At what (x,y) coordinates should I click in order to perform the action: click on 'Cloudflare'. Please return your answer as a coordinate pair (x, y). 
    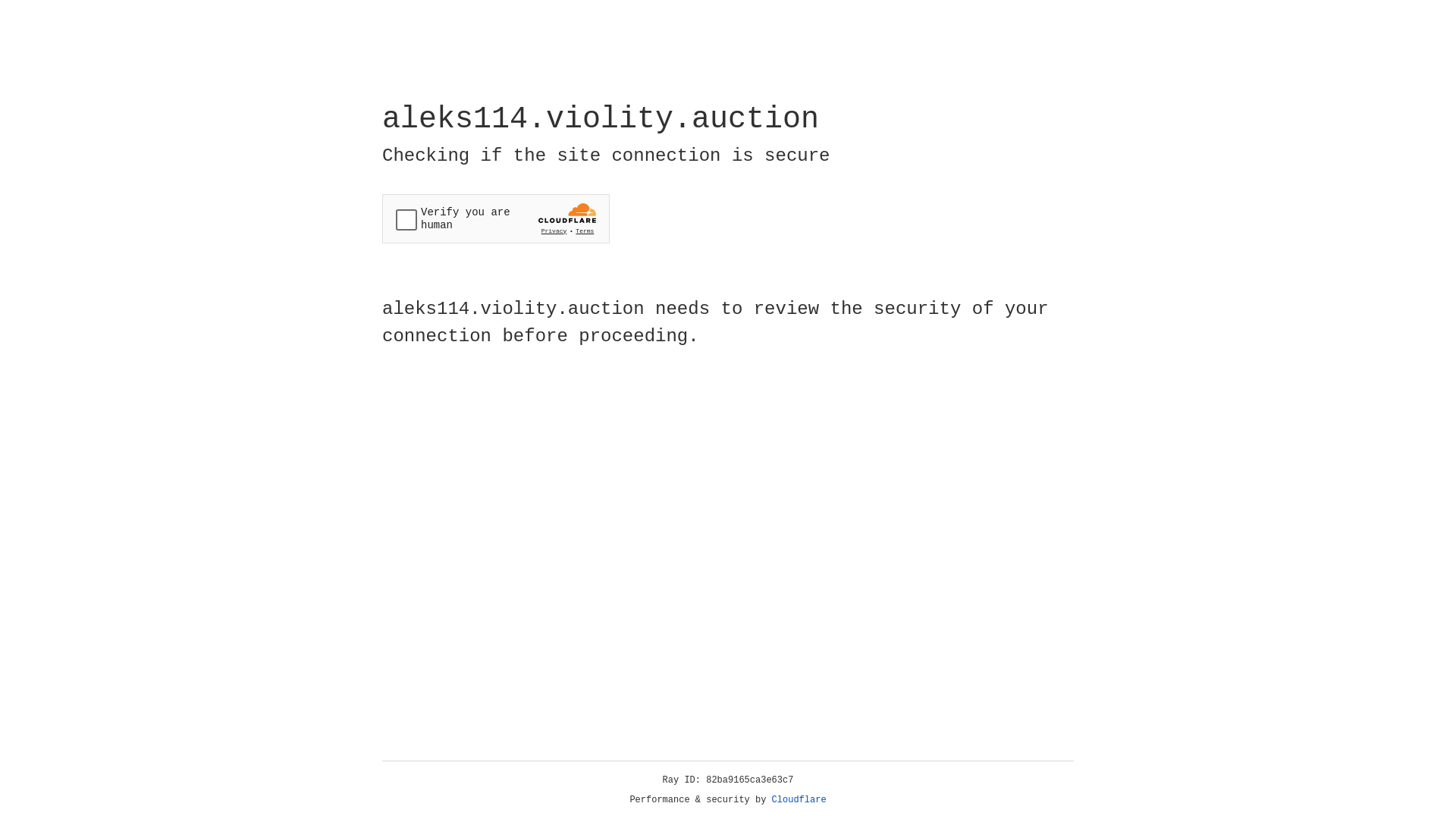
    Looking at the image, I should click on (799, 799).